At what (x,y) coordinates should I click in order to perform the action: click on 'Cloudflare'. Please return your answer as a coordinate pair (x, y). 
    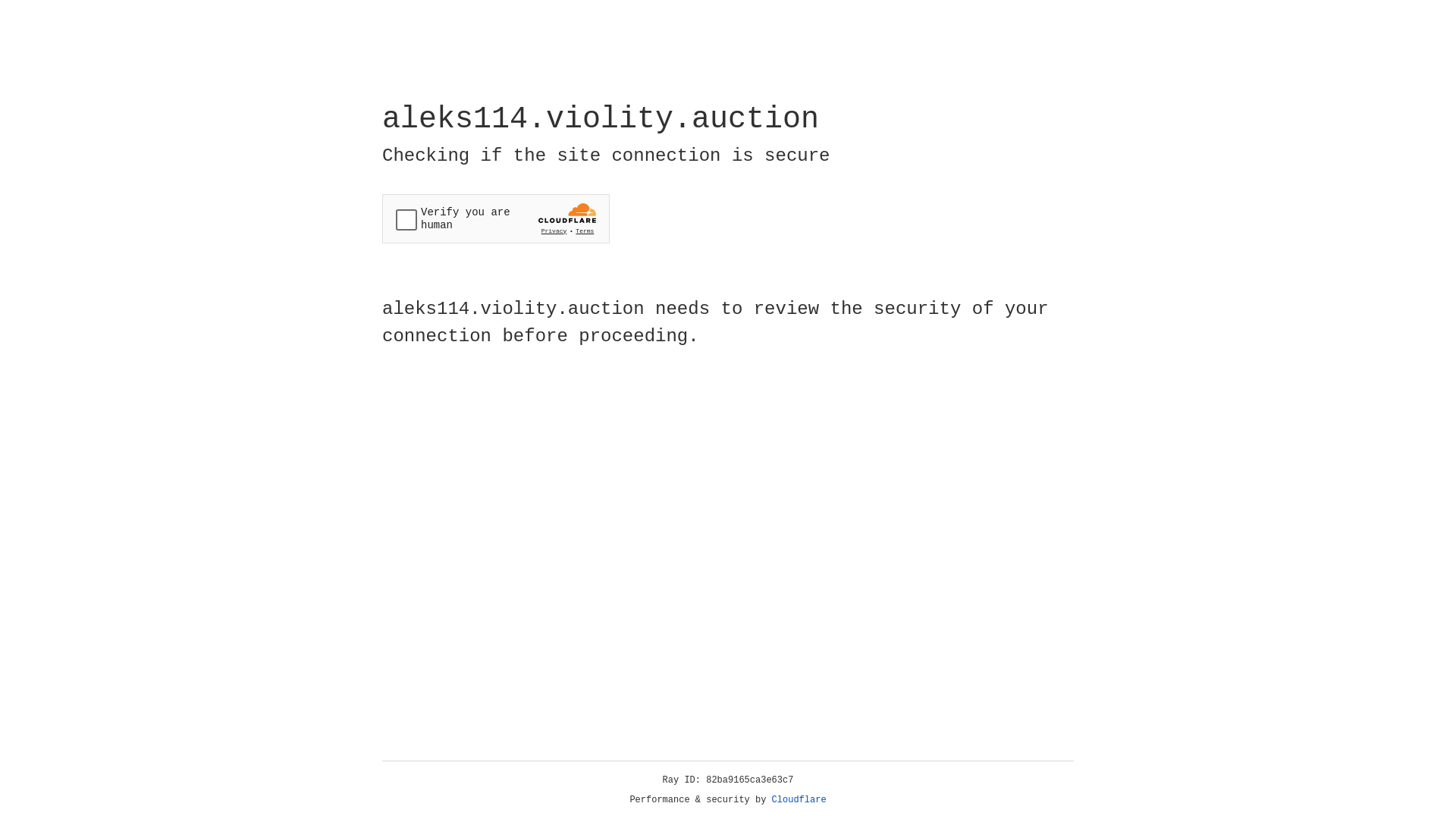
    Looking at the image, I should click on (799, 799).